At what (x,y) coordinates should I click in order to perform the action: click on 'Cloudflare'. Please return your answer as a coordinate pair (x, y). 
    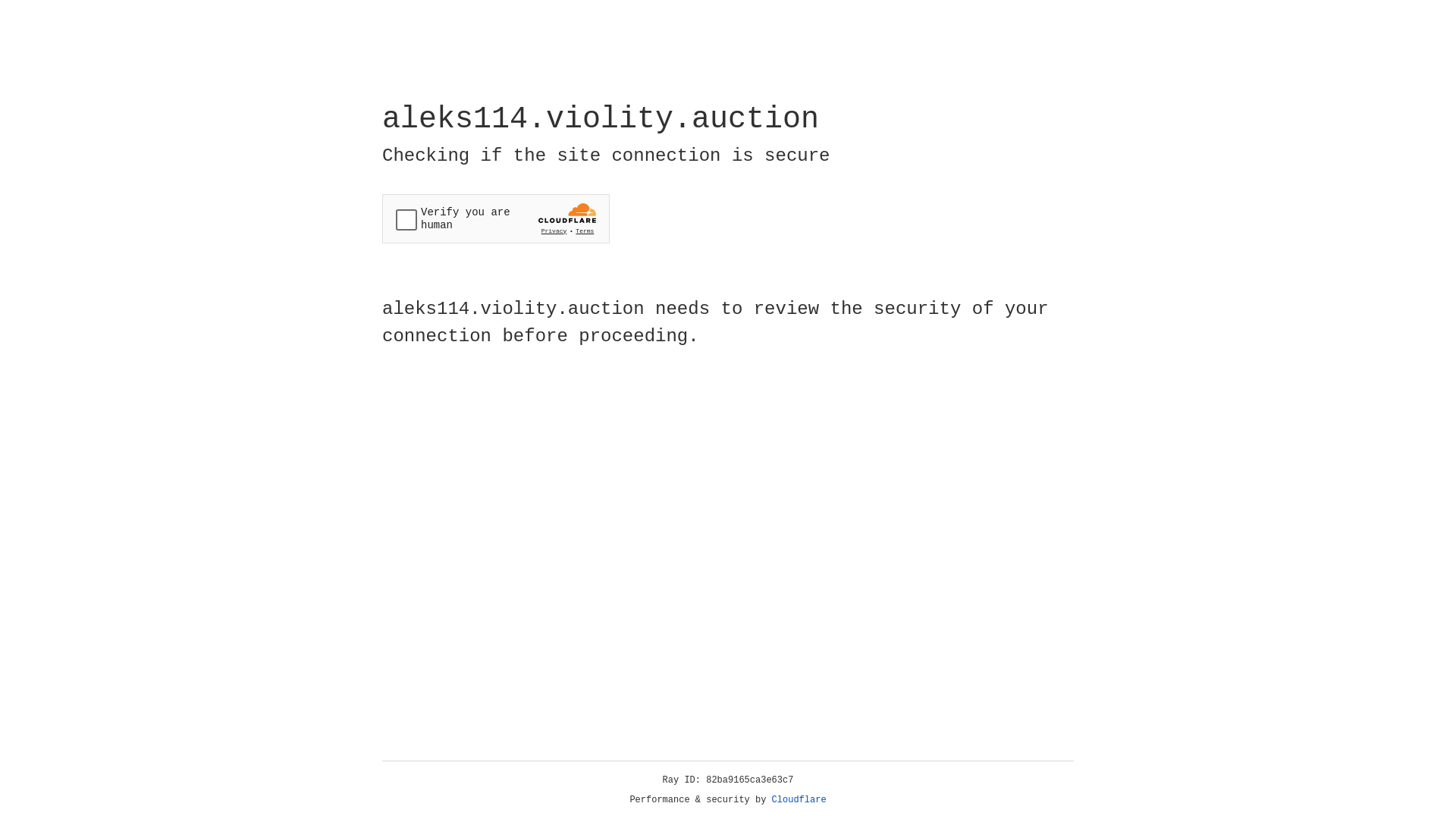
    Looking at the image, I should click on (799, 799).